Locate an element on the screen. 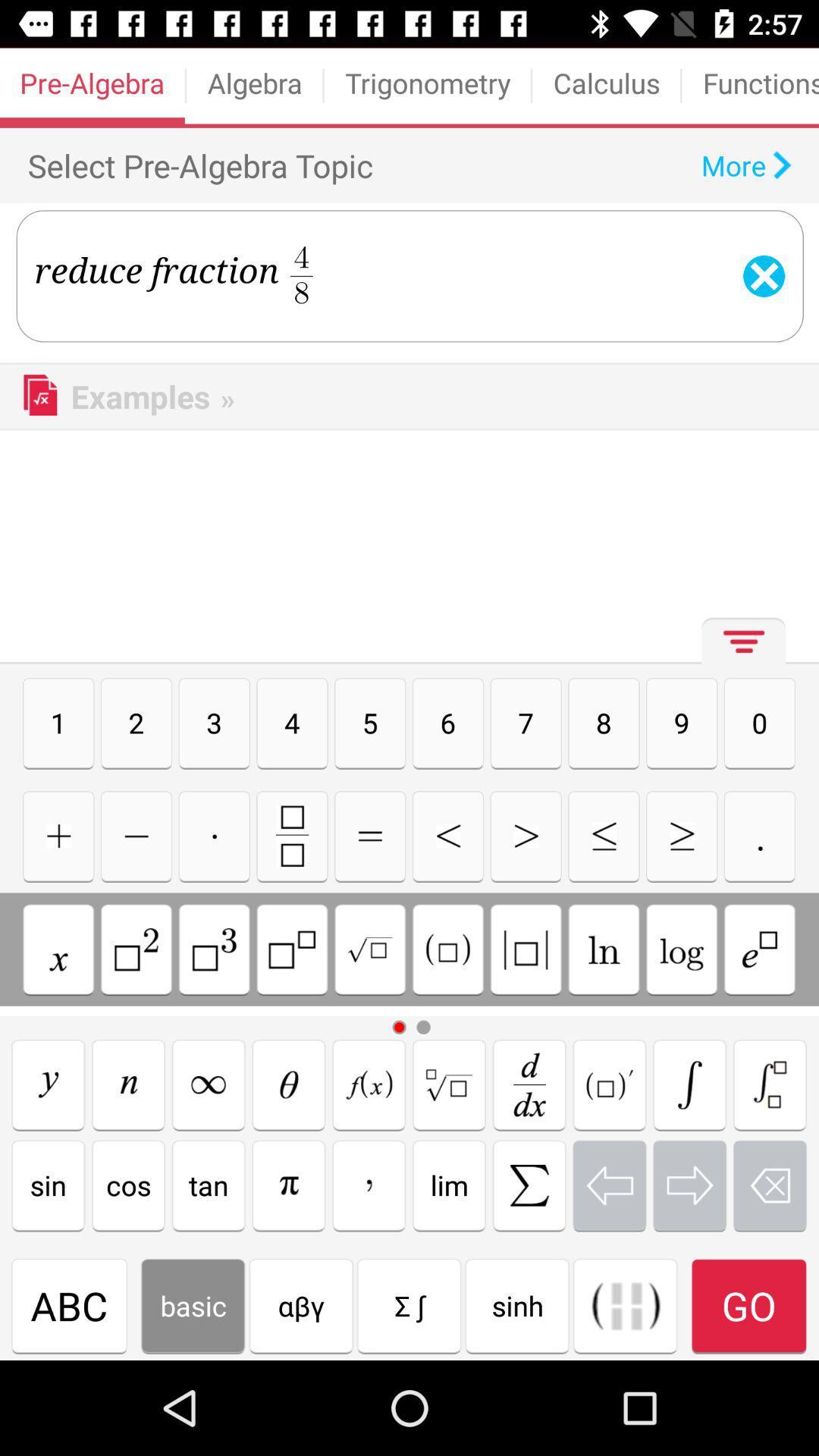  the menu icon is located at coordinates (370, 835).